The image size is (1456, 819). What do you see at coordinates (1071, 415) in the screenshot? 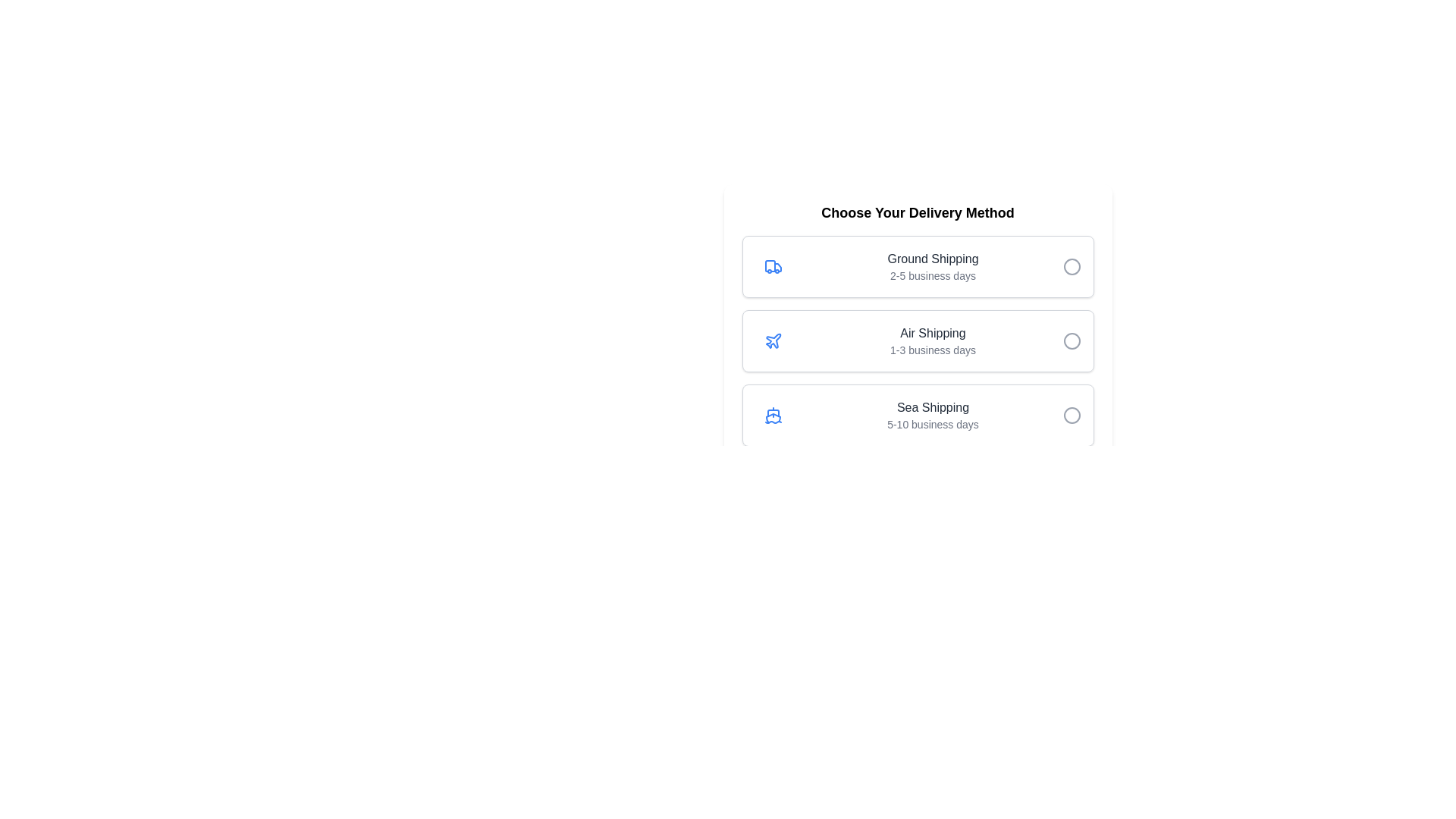
I see `the radio button for 'Sea Shipping', which is the selection indicator located to the right of the 'Sea Shipping' delivery option` at bounding box center [1071, 415].